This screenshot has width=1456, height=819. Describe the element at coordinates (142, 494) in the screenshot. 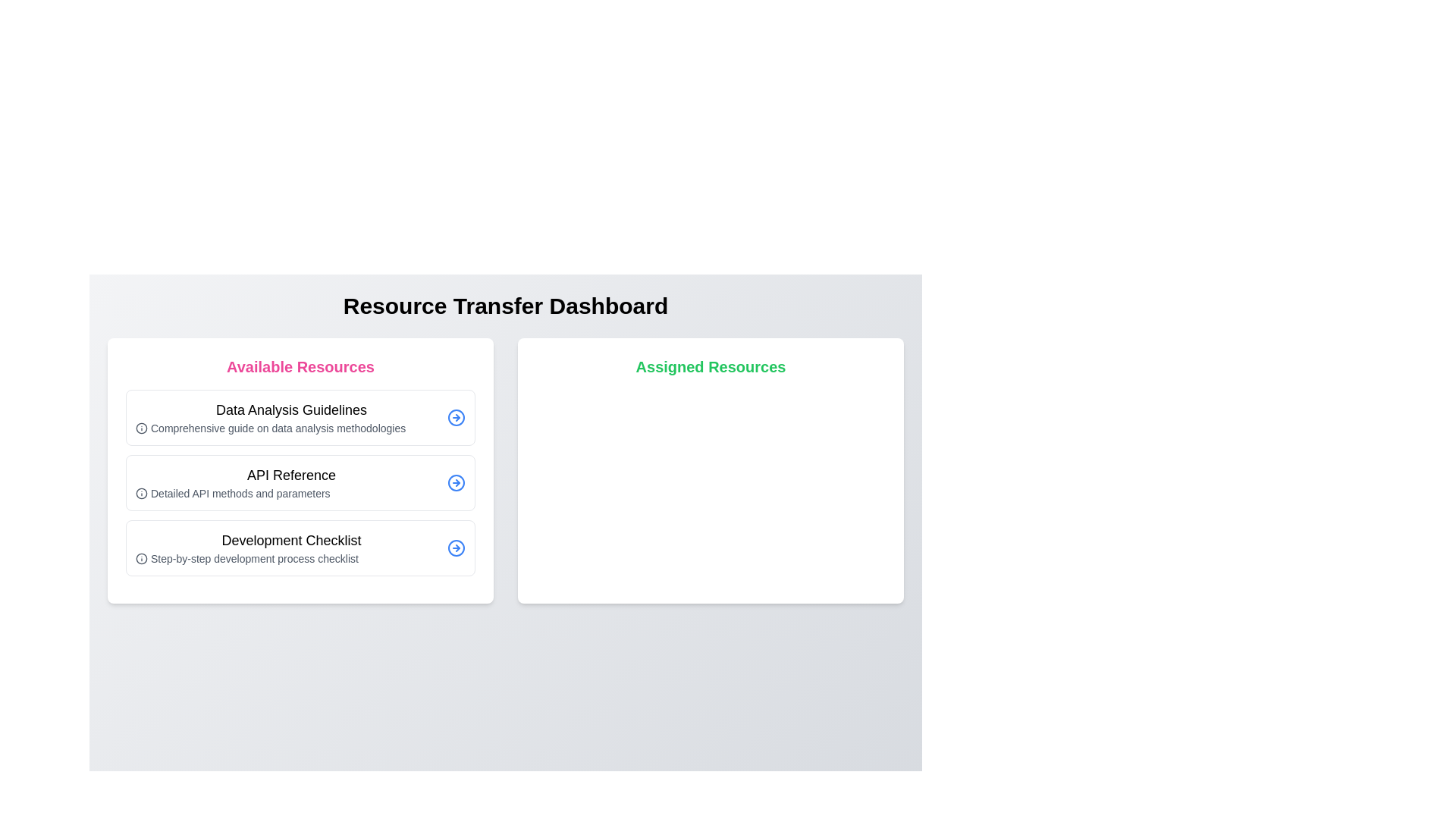

I see `the circular border of the icon located to the left of the text 'Detailed API methods and parameters' in the 'Available Resources' section` at that location.